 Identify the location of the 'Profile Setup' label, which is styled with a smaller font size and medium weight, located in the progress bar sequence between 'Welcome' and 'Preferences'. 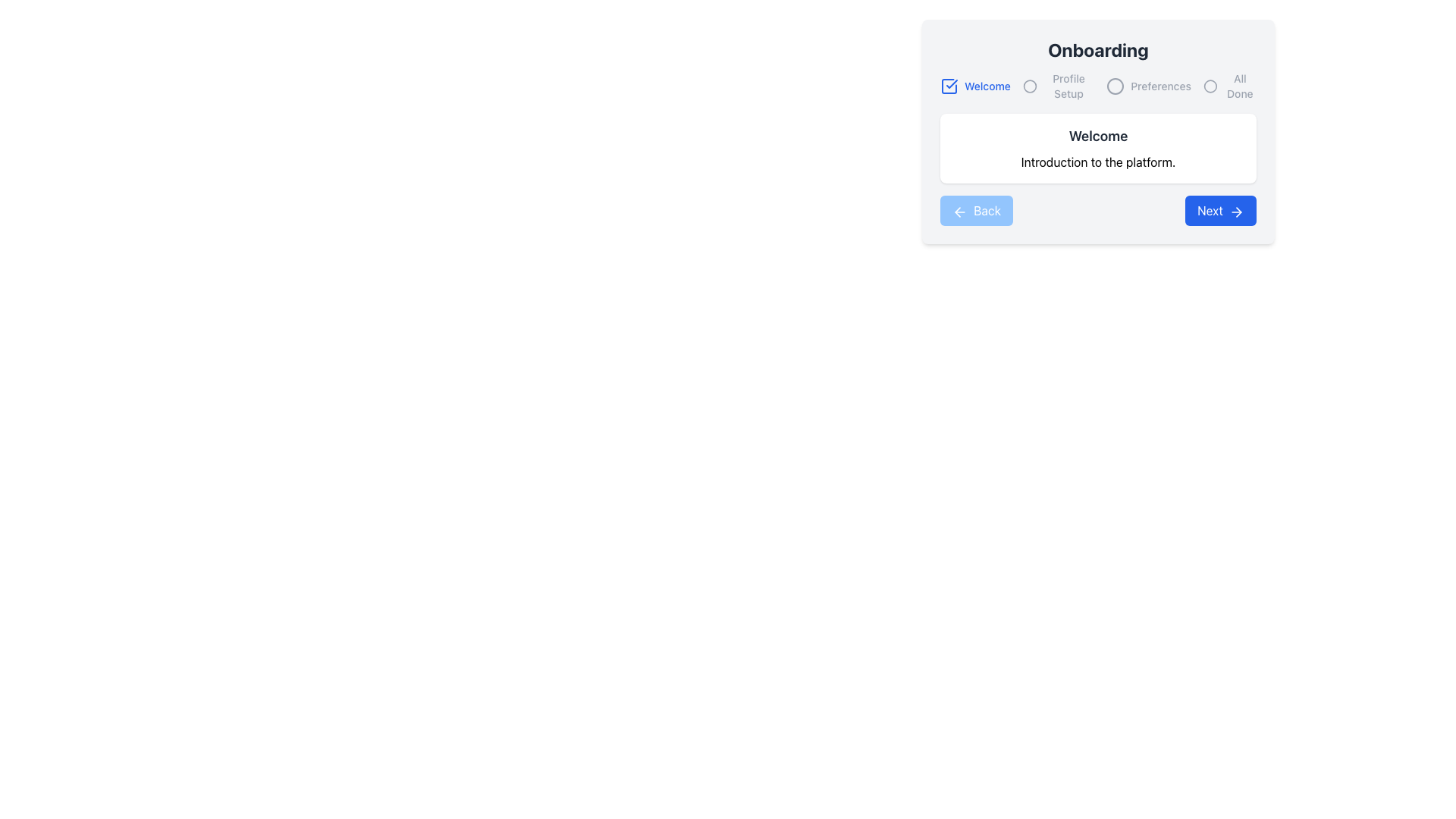
(1068, 86).